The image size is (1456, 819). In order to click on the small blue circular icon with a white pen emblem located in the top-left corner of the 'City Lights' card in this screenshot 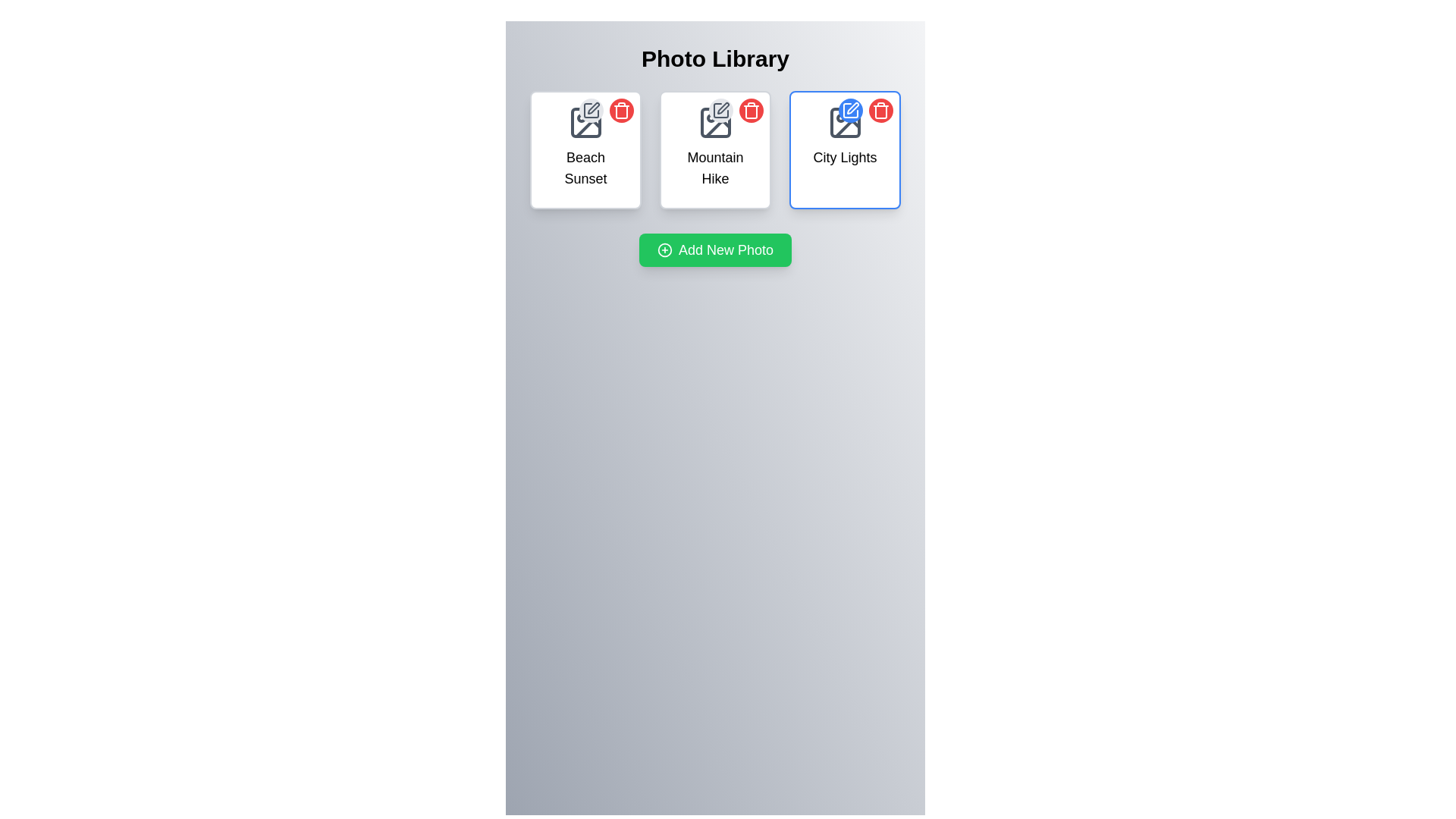, I will do `click(851, 110)`.